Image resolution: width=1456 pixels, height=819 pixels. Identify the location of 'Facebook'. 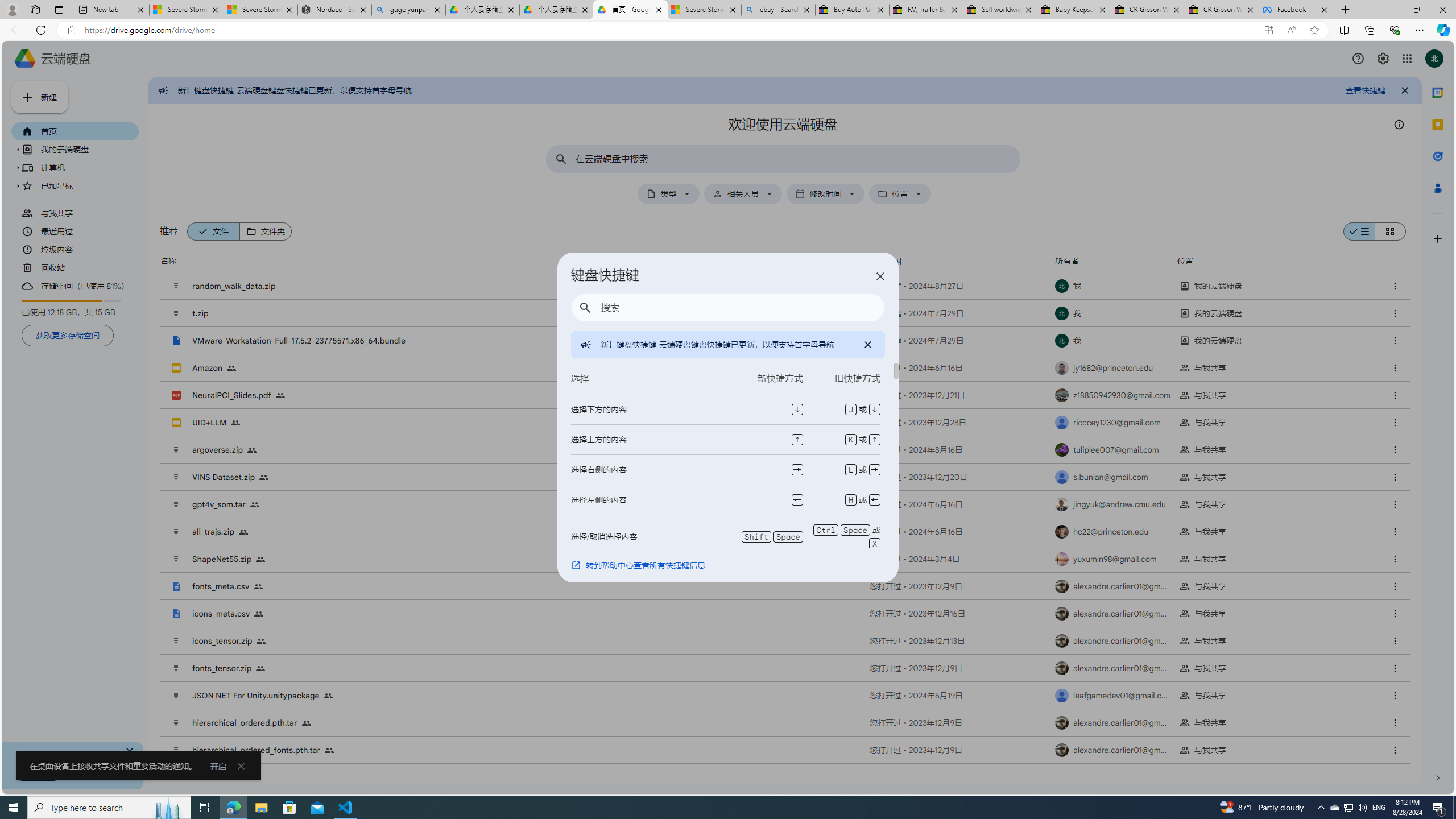
(1296, 9).